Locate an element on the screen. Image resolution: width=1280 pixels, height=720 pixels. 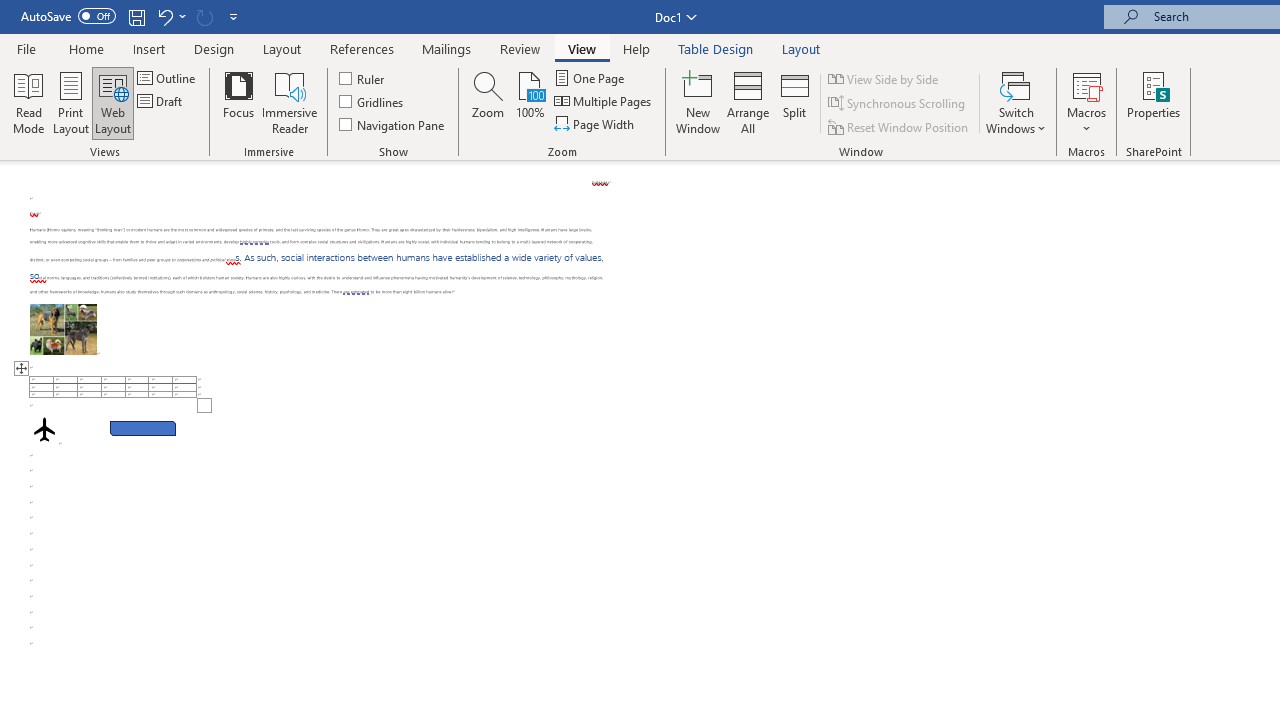
'Macros' is located at coordinates (1085, 103).